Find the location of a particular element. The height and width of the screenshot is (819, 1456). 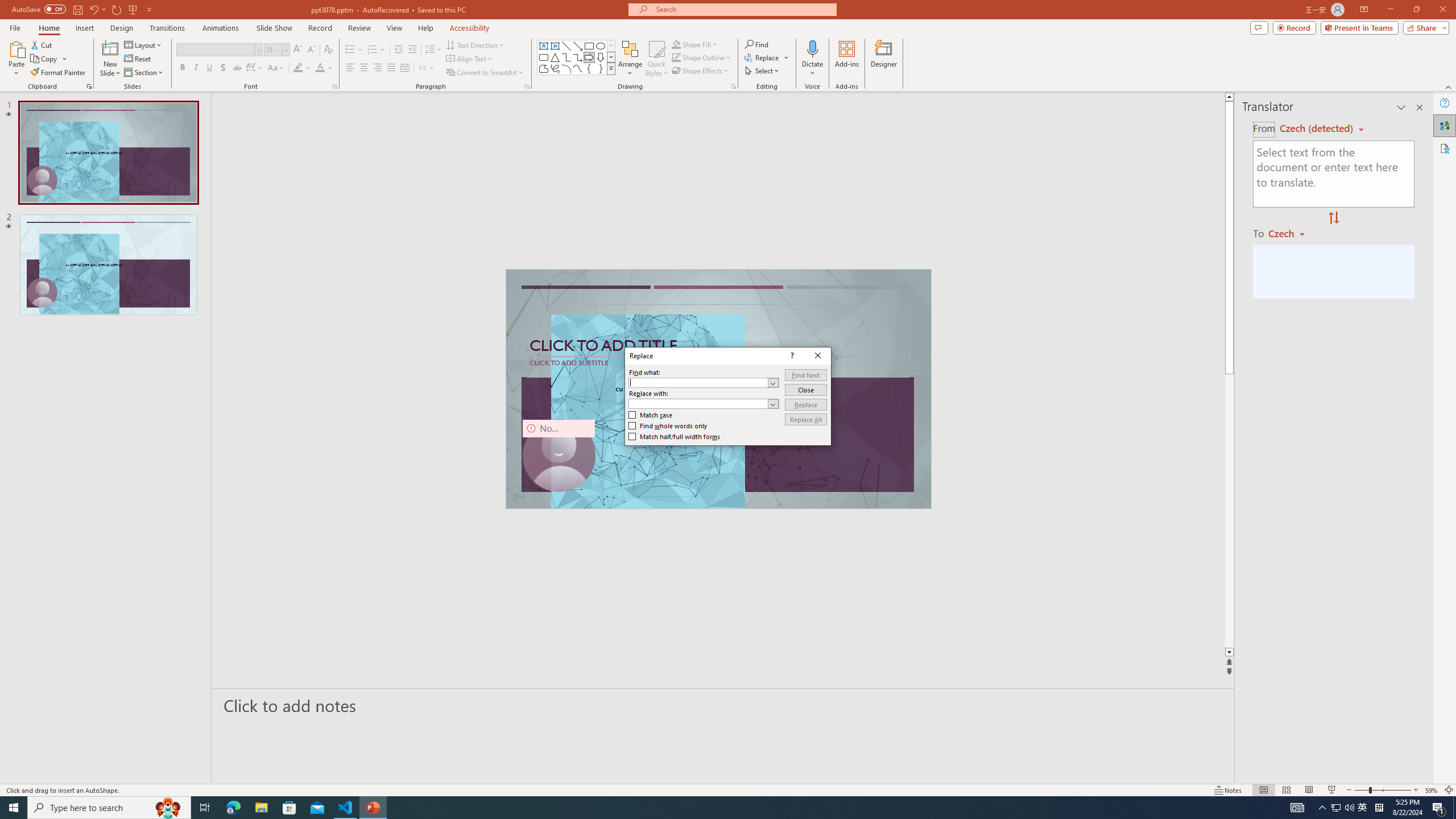

'Increase Indent' is located at coordinates (412, 49).